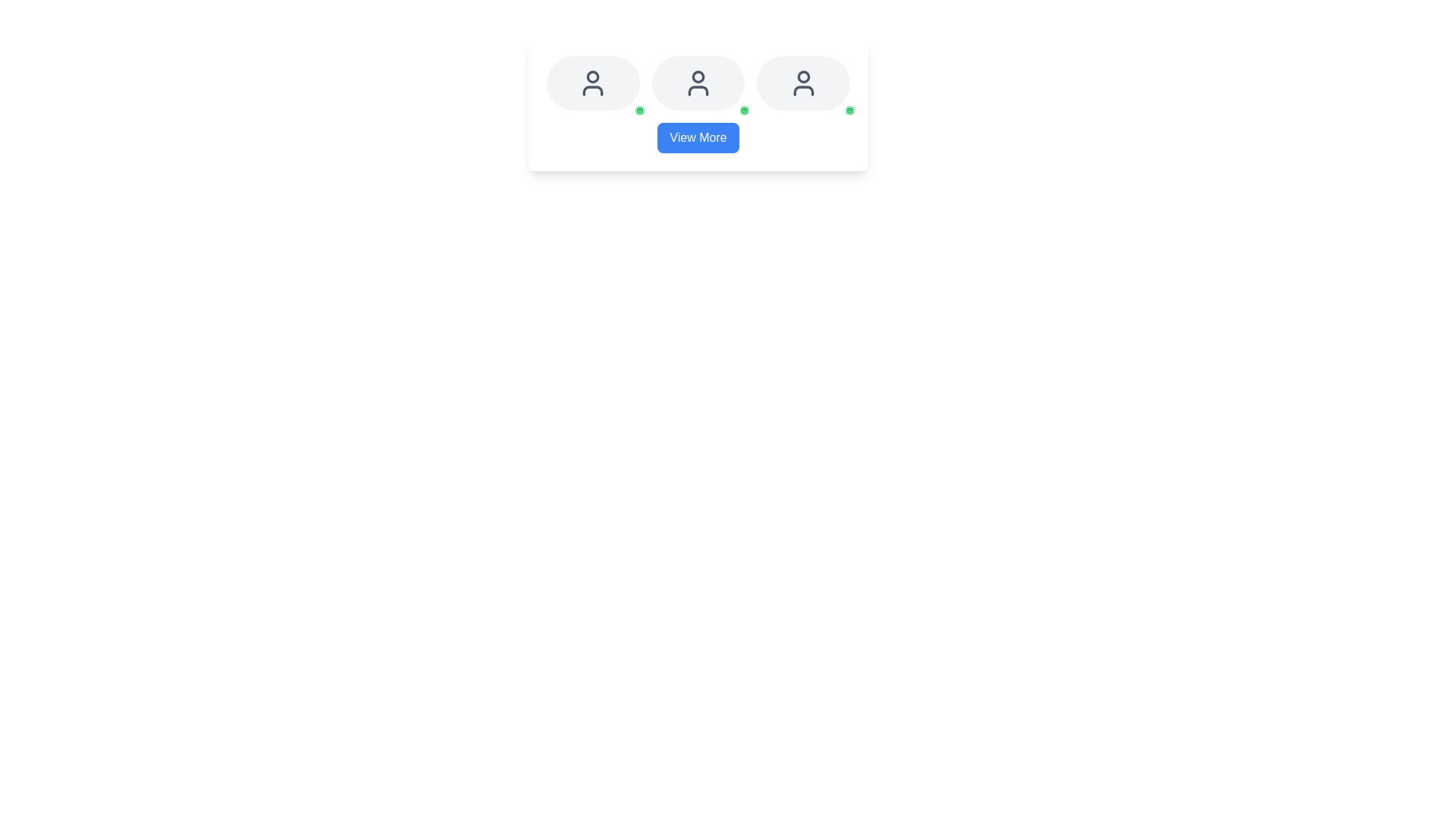 The height and width of the screenshot is (819, 1456). I want to click on the blue button labeled 'View More' to observe its hover effects, so click(698, 137).